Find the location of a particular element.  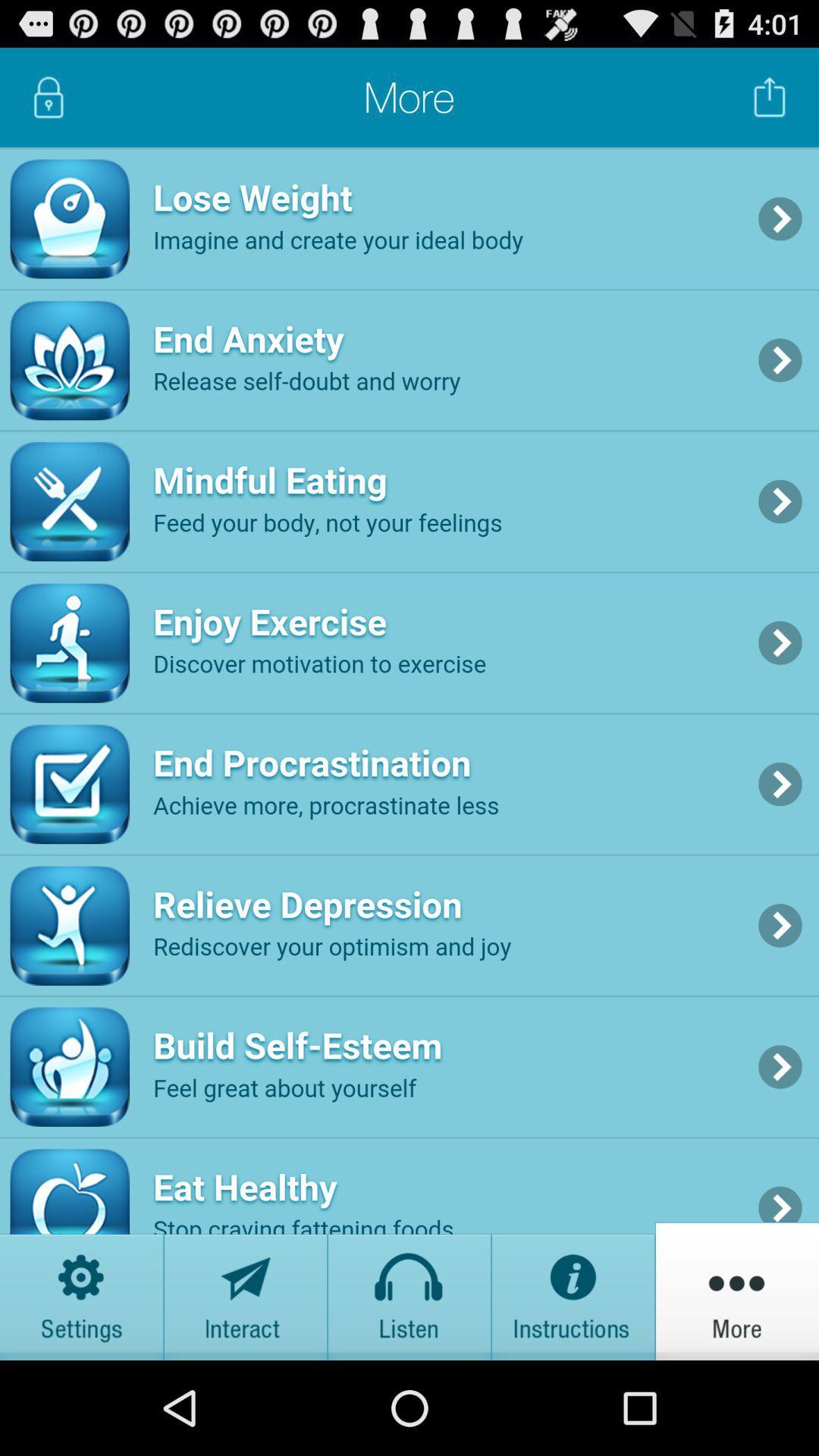

settings option is located at coordinates (82, 1290).